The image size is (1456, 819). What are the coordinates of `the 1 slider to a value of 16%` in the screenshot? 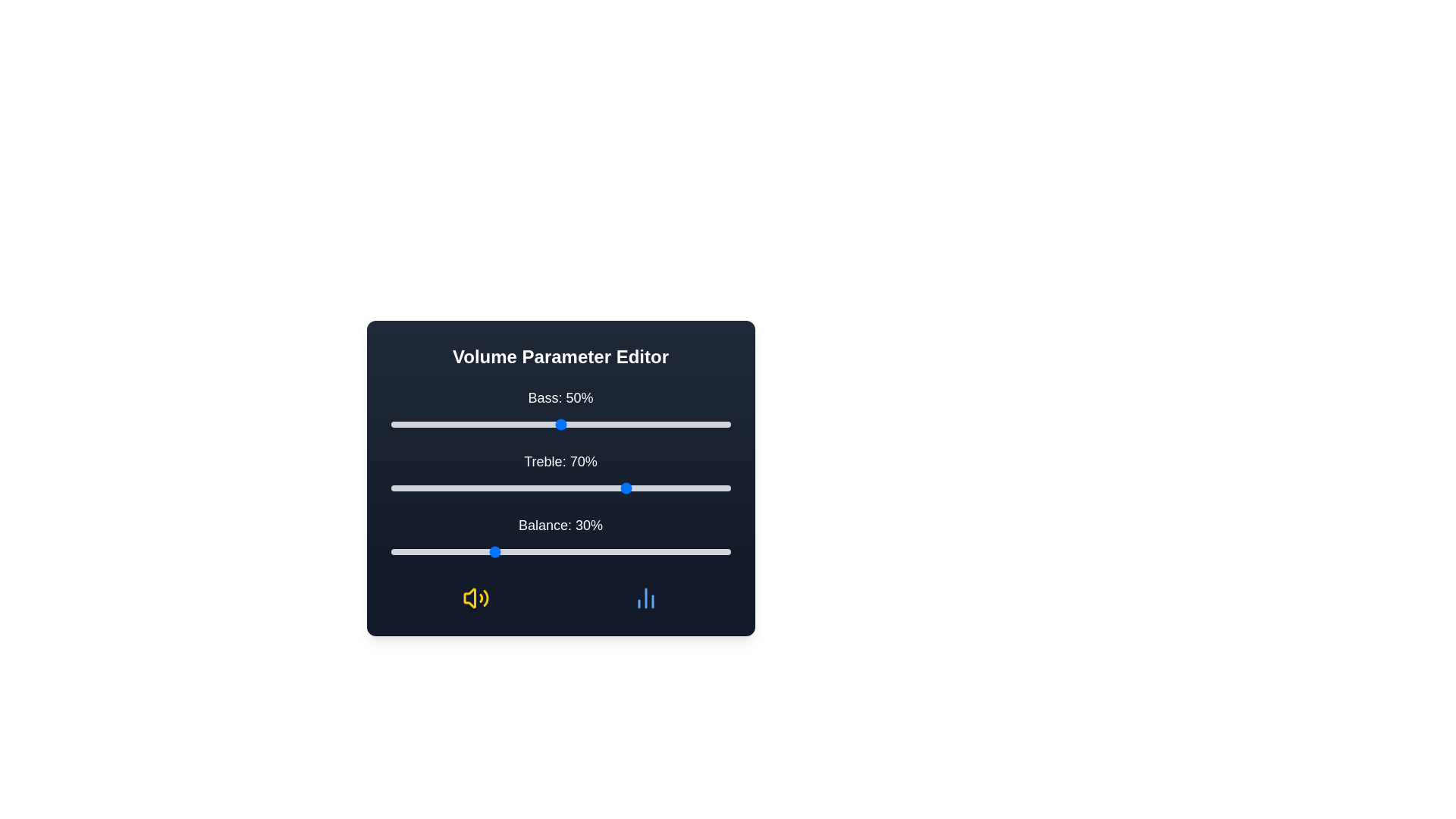 It's located at (444, 488).